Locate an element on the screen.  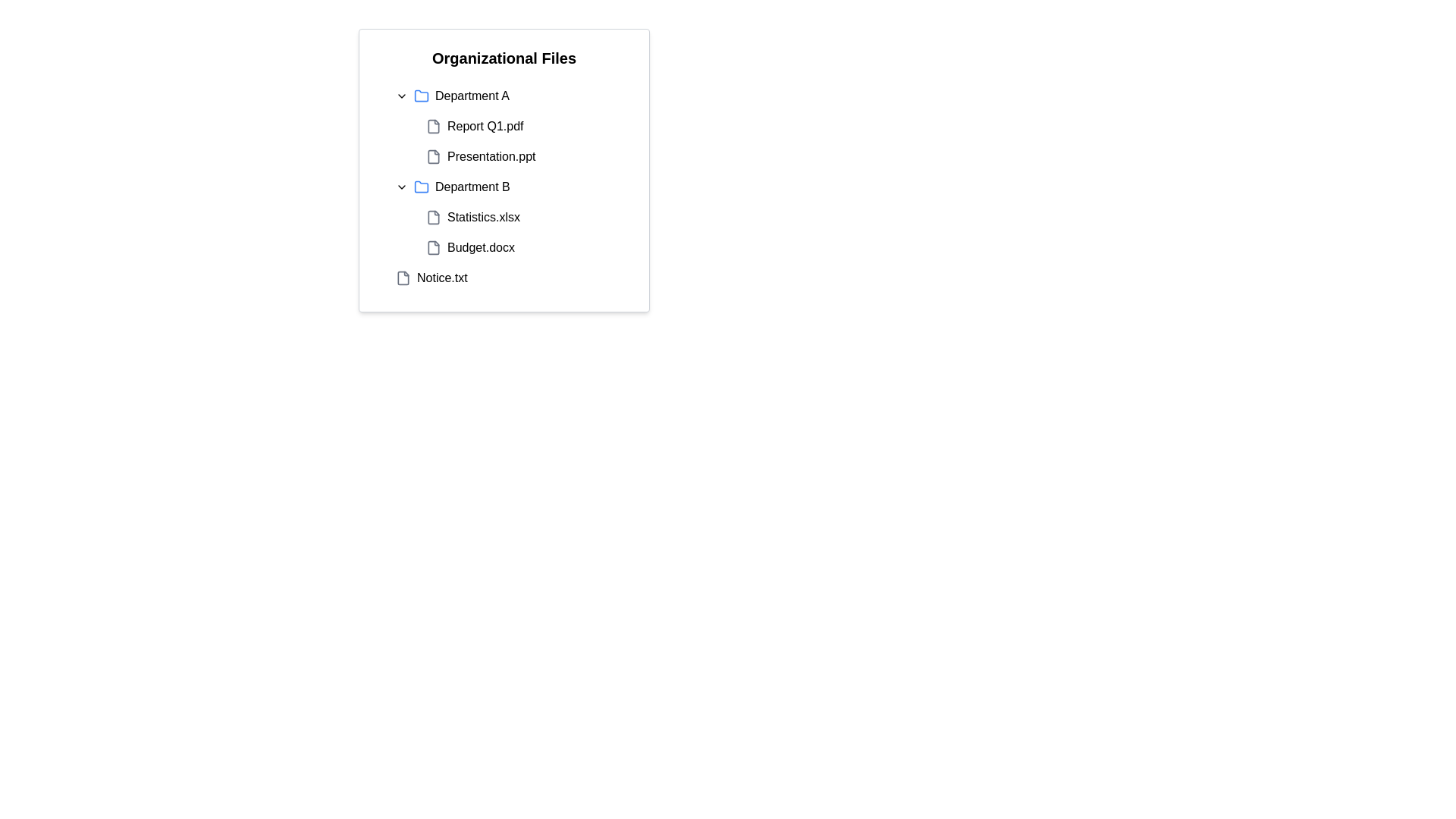
the clickable list item labeled 'Budget.docx' located under the 'Department B' folder, which is styled with a rounded clickable padding and a hover effect is located at coordinates (519, 247).